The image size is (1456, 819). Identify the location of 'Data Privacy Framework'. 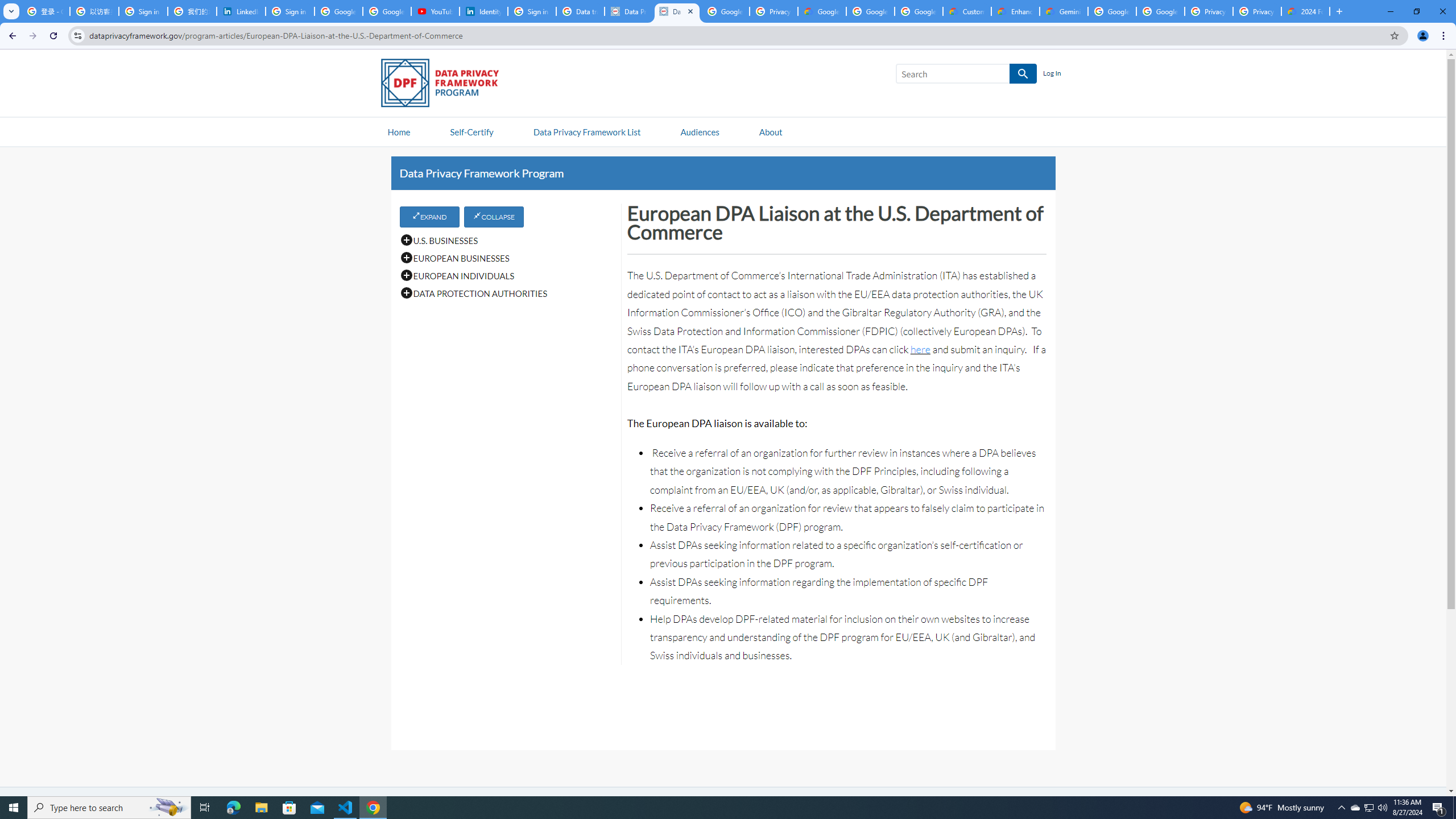
(677, 11).